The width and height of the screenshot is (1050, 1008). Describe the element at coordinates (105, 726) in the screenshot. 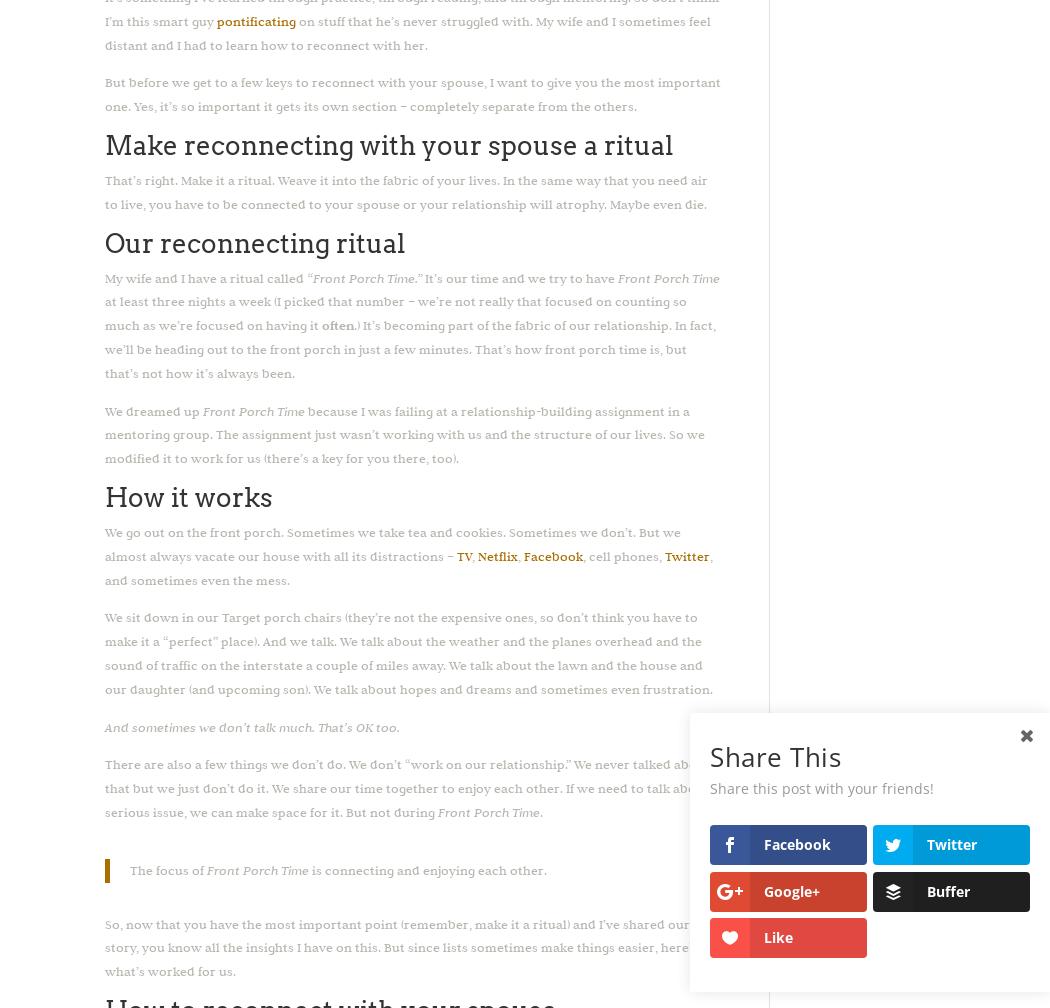

I see `'And sometimes we don’t talk much. That’s OK too.'` at that location.